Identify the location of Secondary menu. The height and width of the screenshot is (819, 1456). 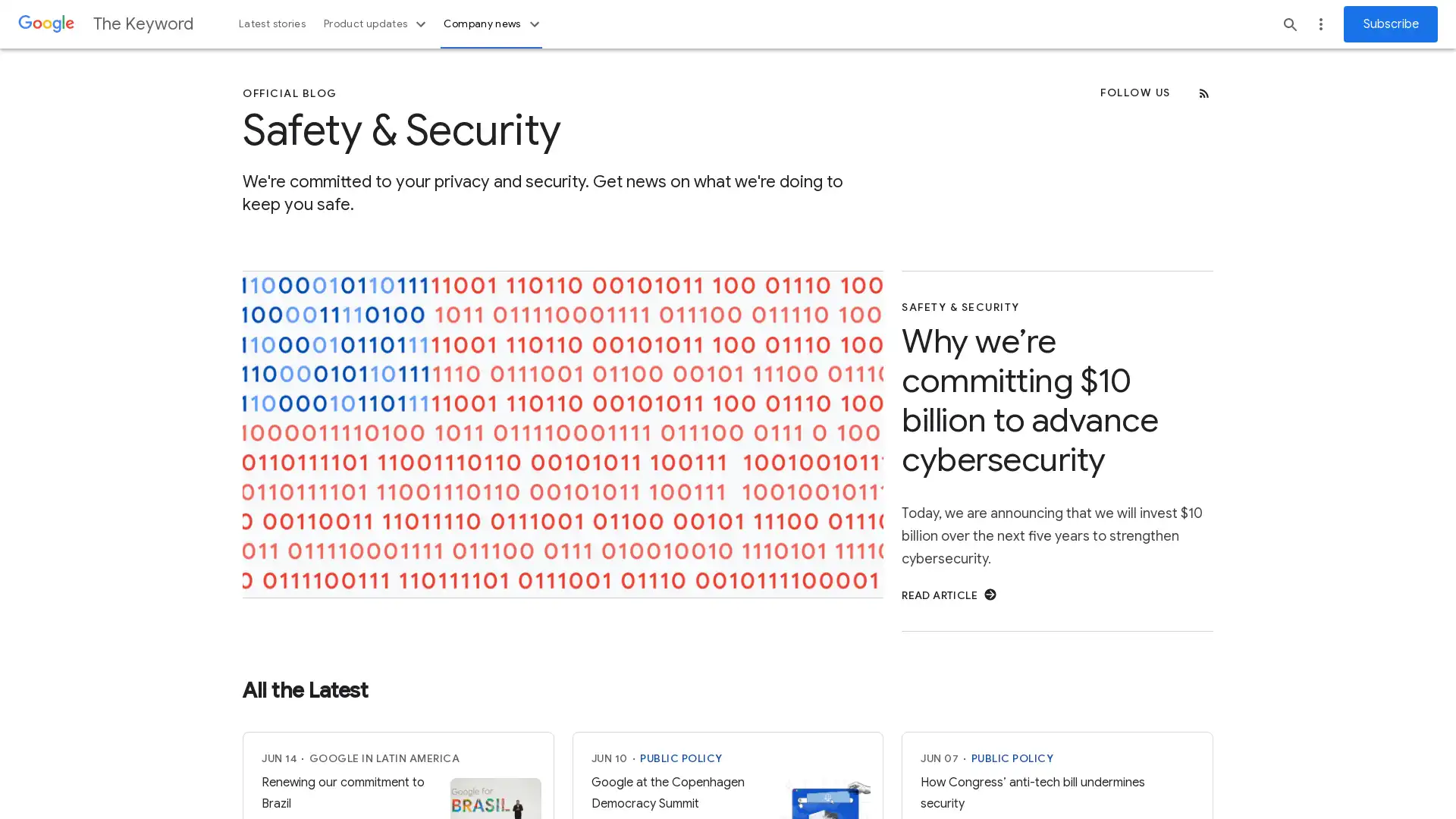
(1320, 24).